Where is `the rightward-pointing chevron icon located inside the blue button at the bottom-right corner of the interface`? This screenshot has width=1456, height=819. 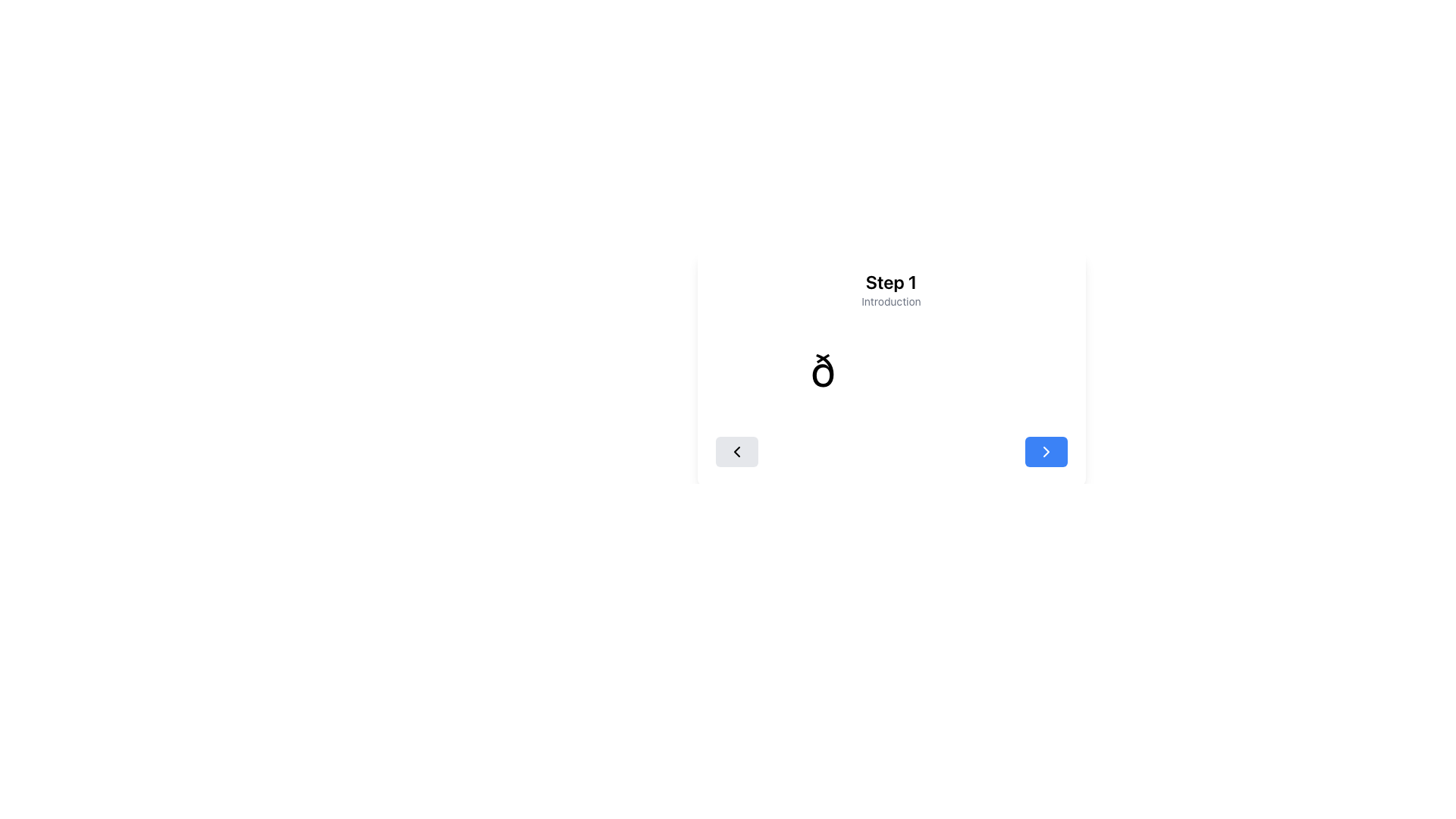
the rightward-pointing chevron icon located inside the blue button at the bottom-right corner of the interface is located at coordinates (1045, 451).